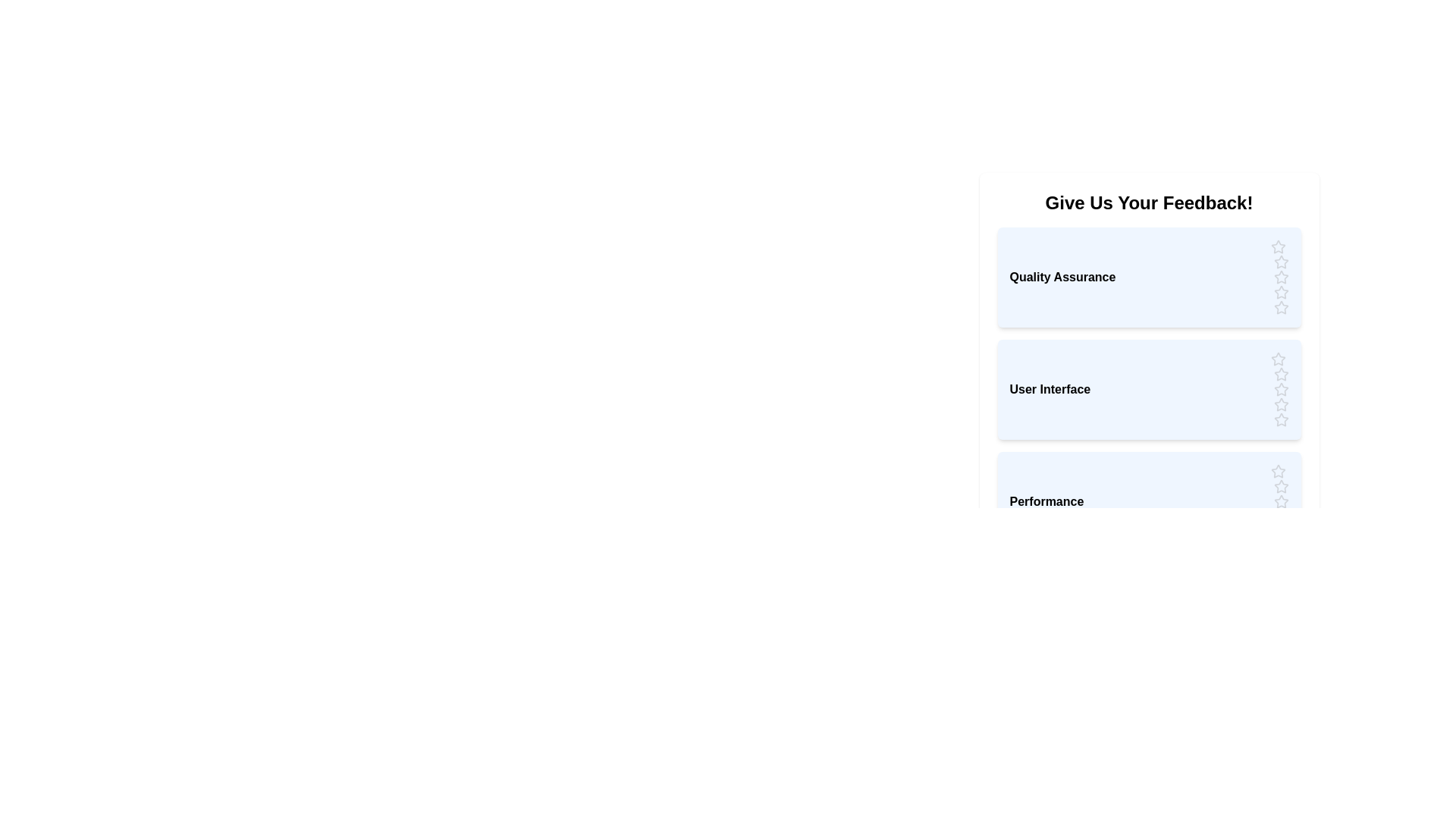  I want to click on the rating for the category 'User Interface' to 2 stars, so click(1280, 374).